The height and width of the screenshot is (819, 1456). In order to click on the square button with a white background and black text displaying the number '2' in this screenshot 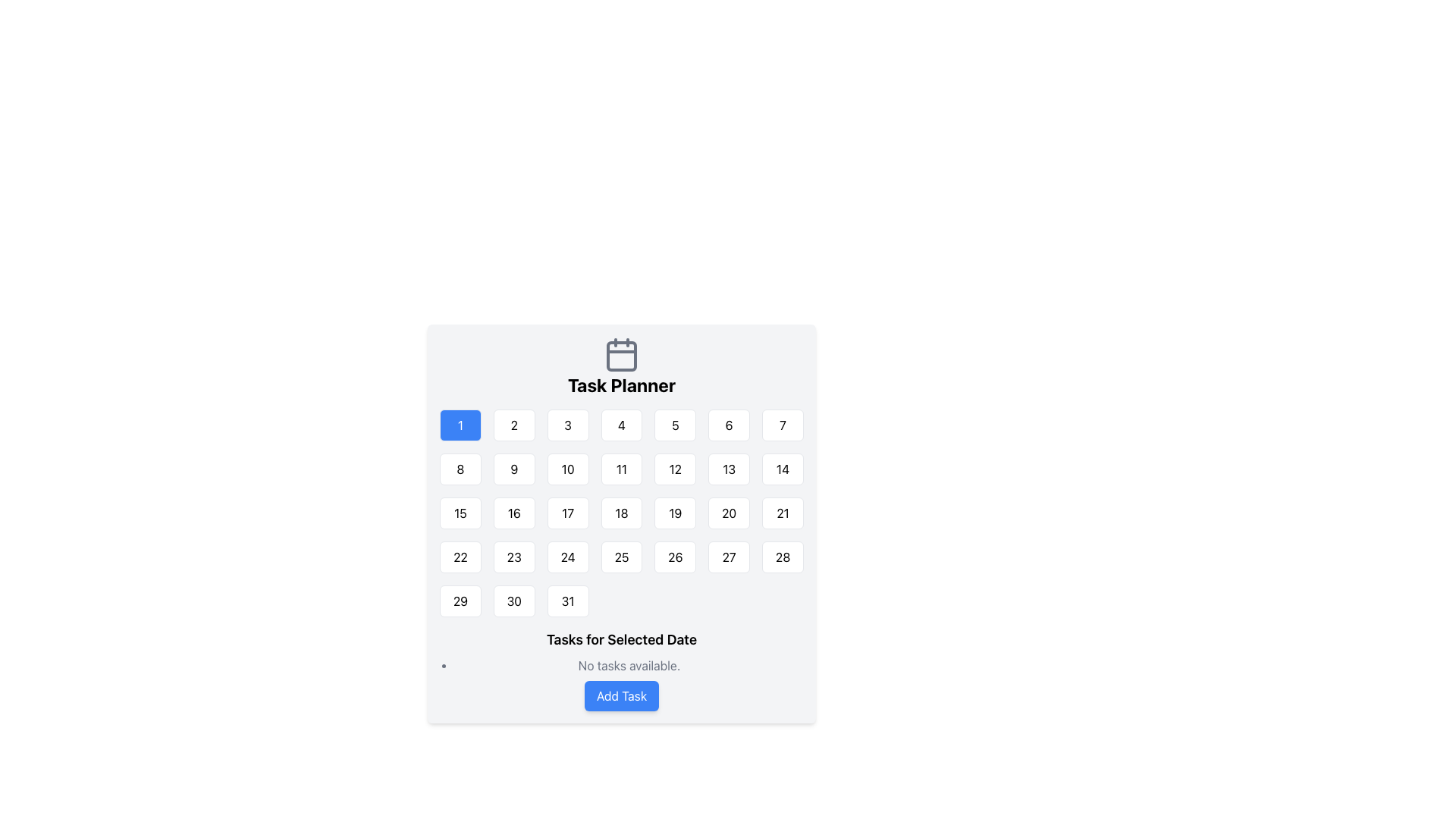, I will do `click(514, 425)`.